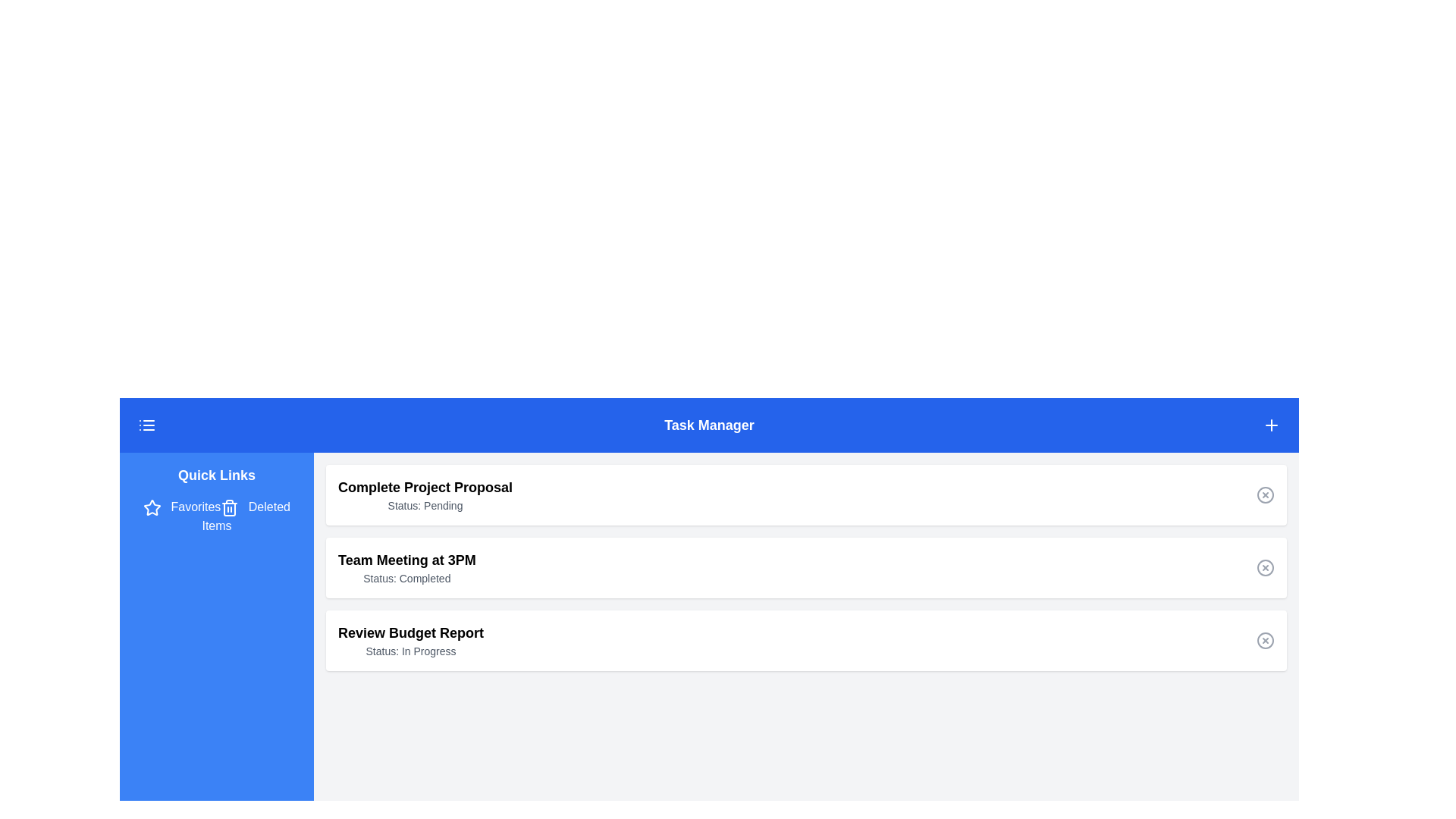  What do you see at coordinates (146, 425) in the screenshot?
I see `the small square button with a blue background and a white icon resembling a list of lines located at the far left side of the top bar in the 'Task Manager' header` at bounding box center [146, 425].